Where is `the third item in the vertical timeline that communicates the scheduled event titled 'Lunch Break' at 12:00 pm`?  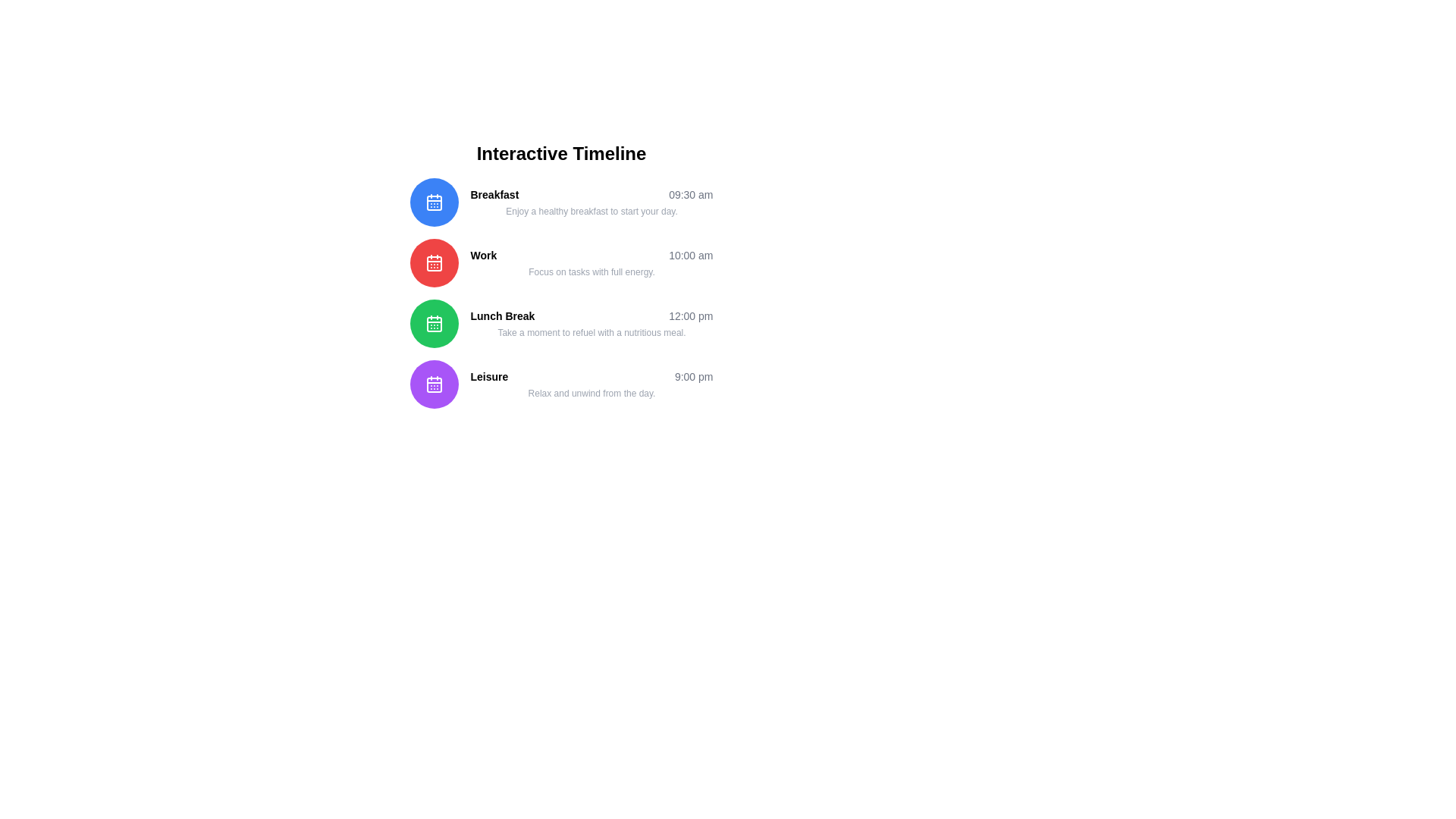
the third item in the vertical timeline that communicates the scheduled event titled 'Lunch Break' at 12:00 pm is located at coordinates (560, 323).